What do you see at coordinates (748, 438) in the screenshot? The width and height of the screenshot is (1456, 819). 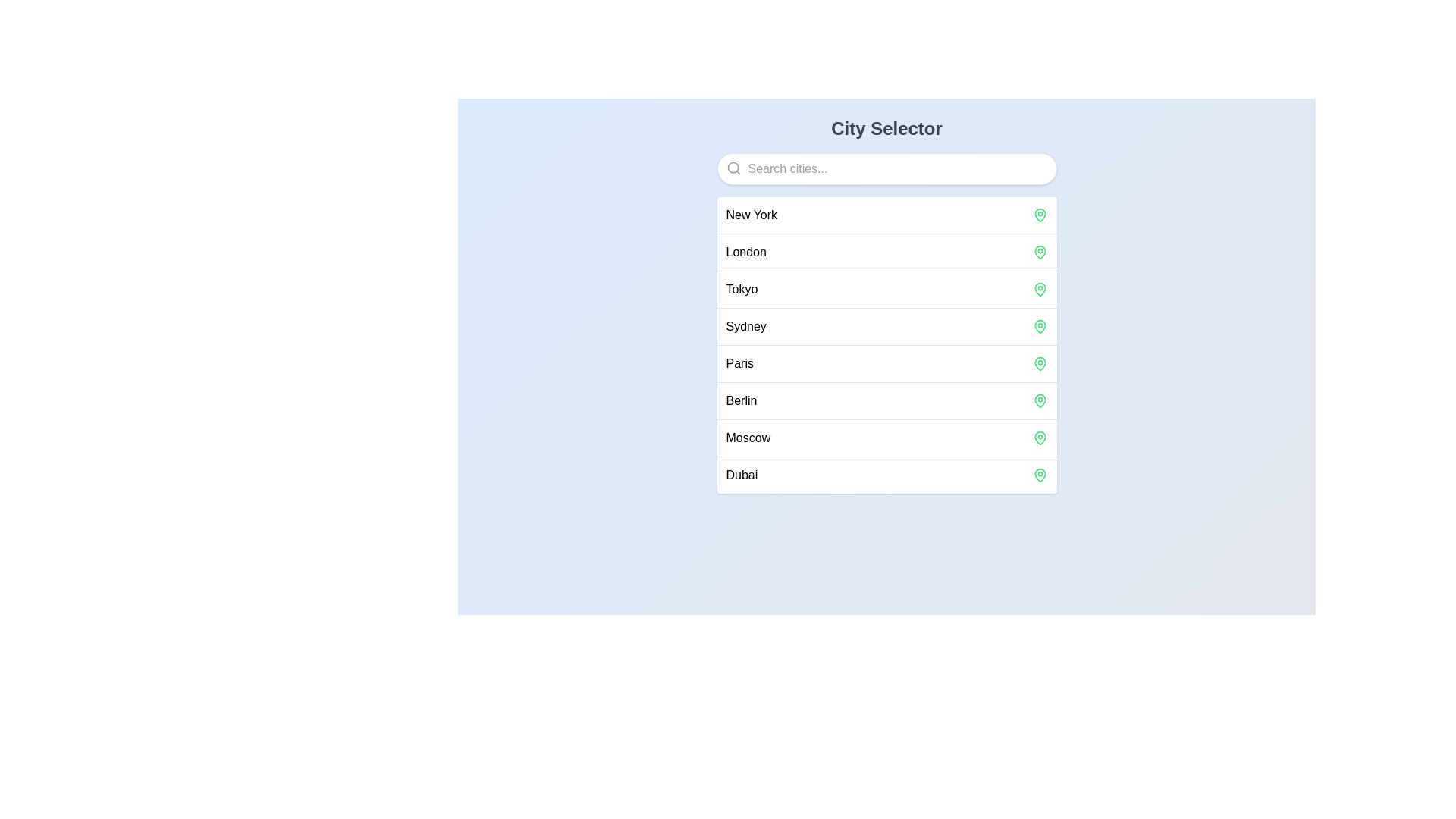 I see `the text label displaying the city name 'Moscow' in the city selection dropdown menu` at bounding box center [748, 438].